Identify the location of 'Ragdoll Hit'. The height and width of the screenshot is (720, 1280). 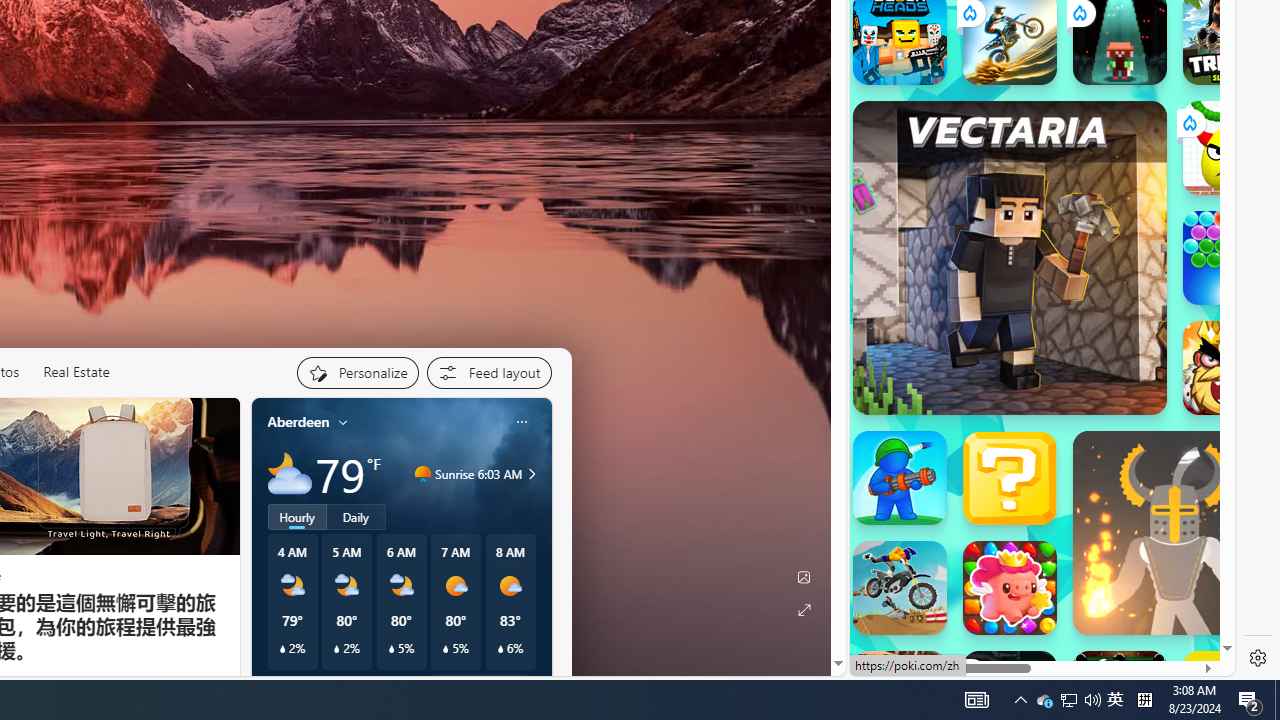
(1175, 532).